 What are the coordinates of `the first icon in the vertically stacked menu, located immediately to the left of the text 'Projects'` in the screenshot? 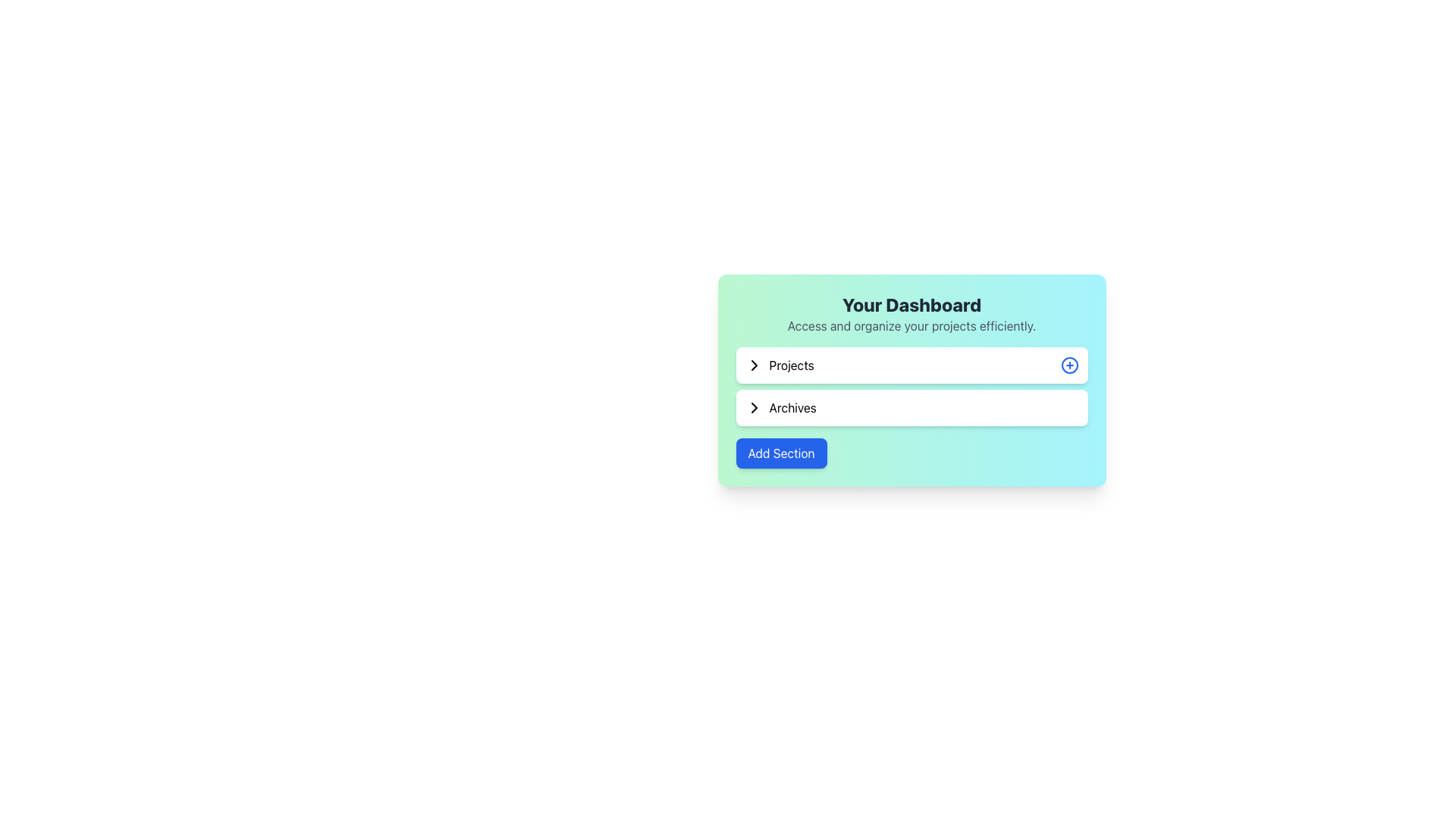 It's located at (754, 366).